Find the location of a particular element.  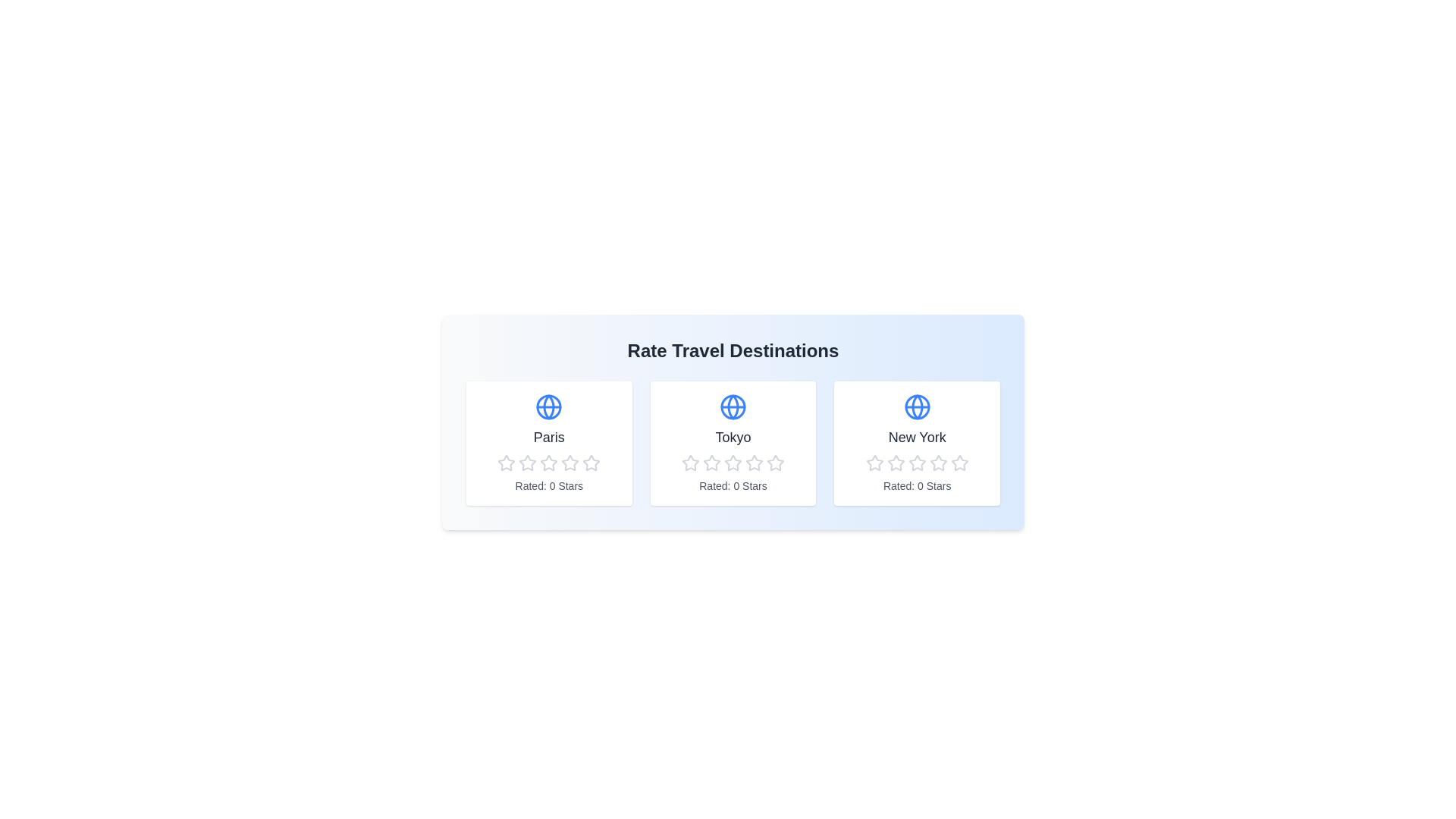

the globe icon for the destination New York is located at coordinates (916, 406).